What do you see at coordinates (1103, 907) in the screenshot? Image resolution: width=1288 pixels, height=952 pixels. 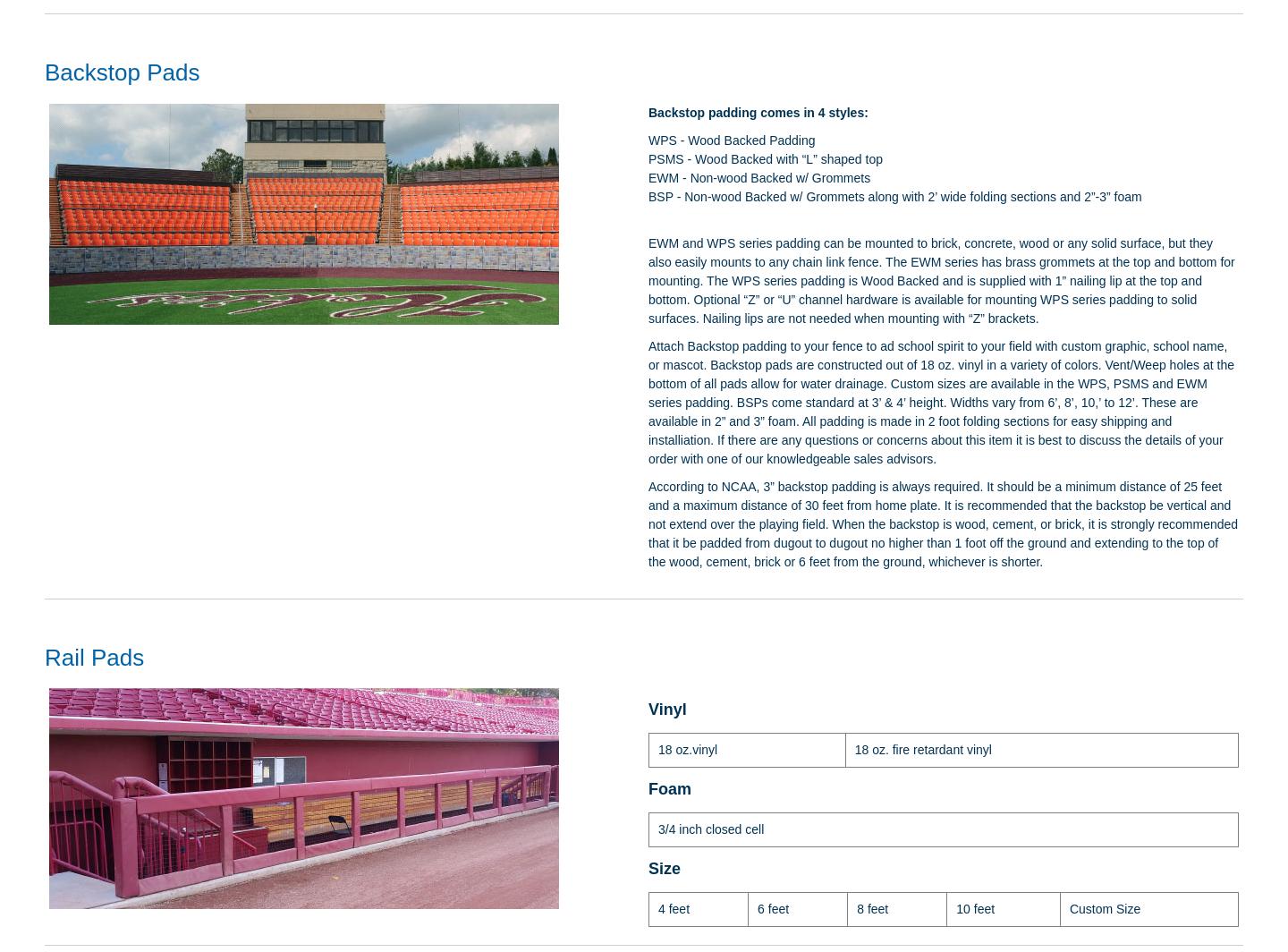 I see `'Custom Size'` at bounding box center [1103, 907].